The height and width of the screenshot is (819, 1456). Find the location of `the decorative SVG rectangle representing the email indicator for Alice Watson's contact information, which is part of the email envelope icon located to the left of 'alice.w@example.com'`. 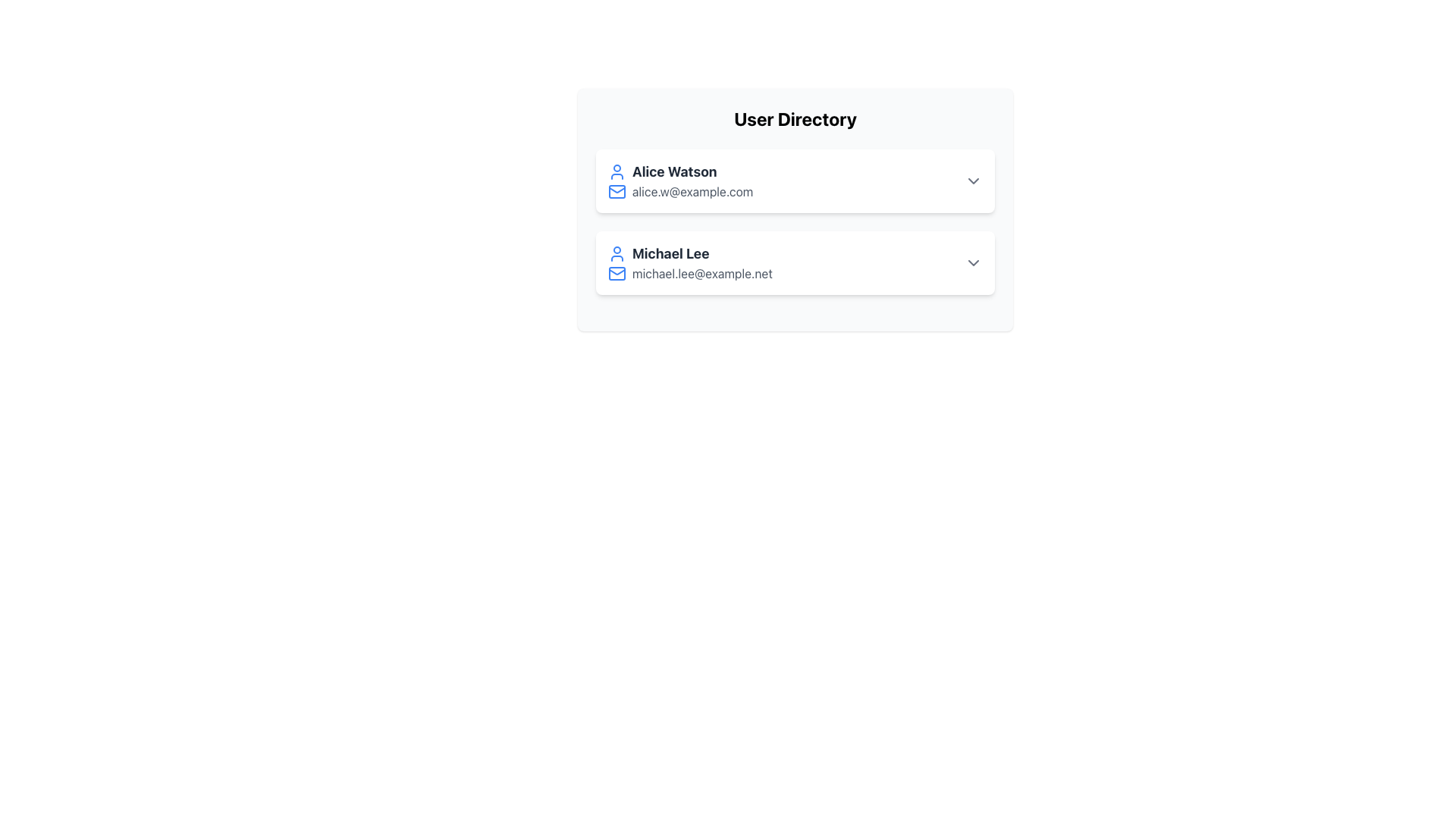

the decorative SVG rectangle representing the email indicator for Alice Watson's contact information, which is part of the email envelope icon located to the left of 'alice.w@example.com' is located at coordinates (617, 191).